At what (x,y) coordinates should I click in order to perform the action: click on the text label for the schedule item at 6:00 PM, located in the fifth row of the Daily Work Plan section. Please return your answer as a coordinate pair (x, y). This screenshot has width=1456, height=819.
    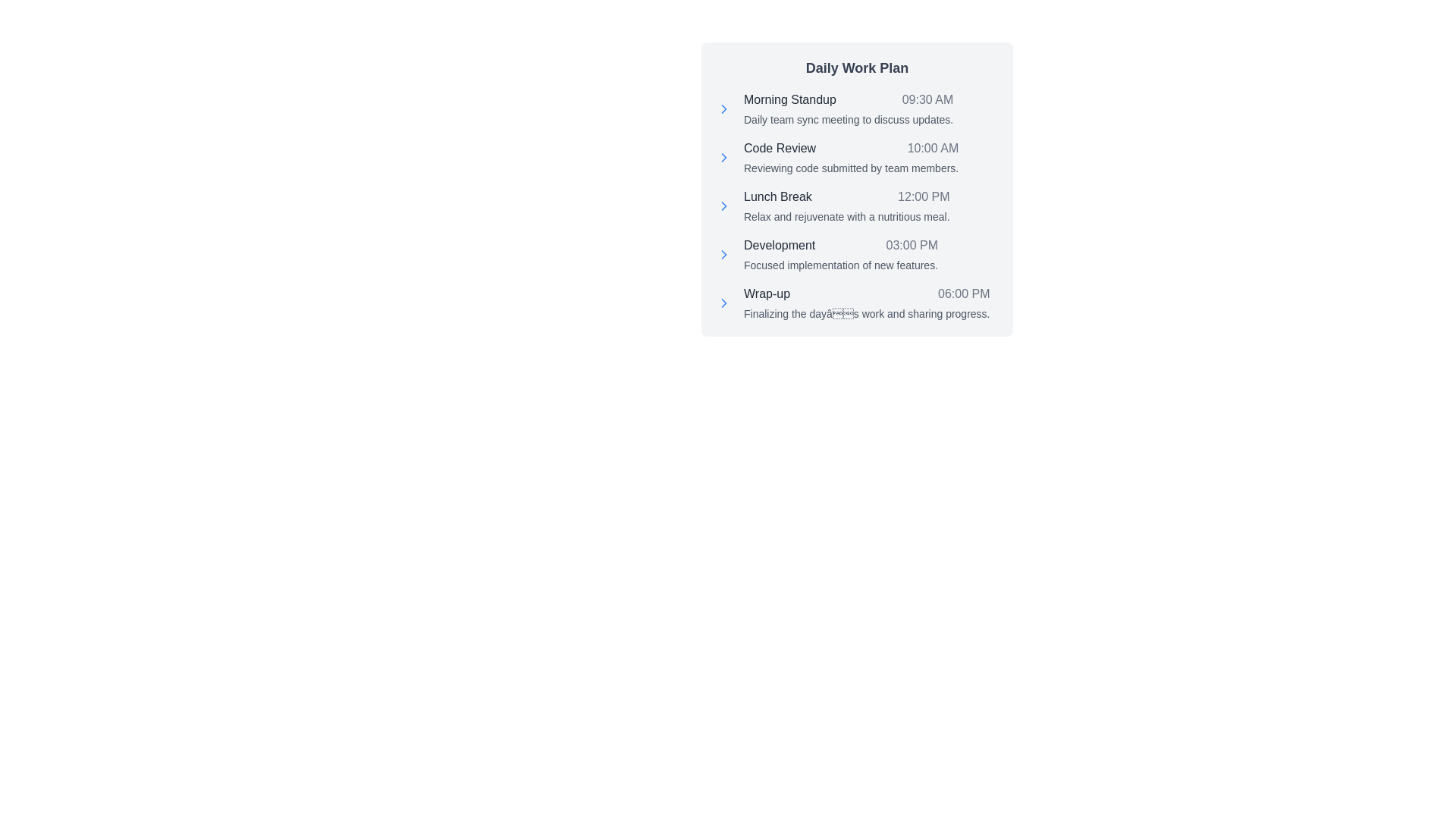
    Looking at the image, I should click on (767, 294).